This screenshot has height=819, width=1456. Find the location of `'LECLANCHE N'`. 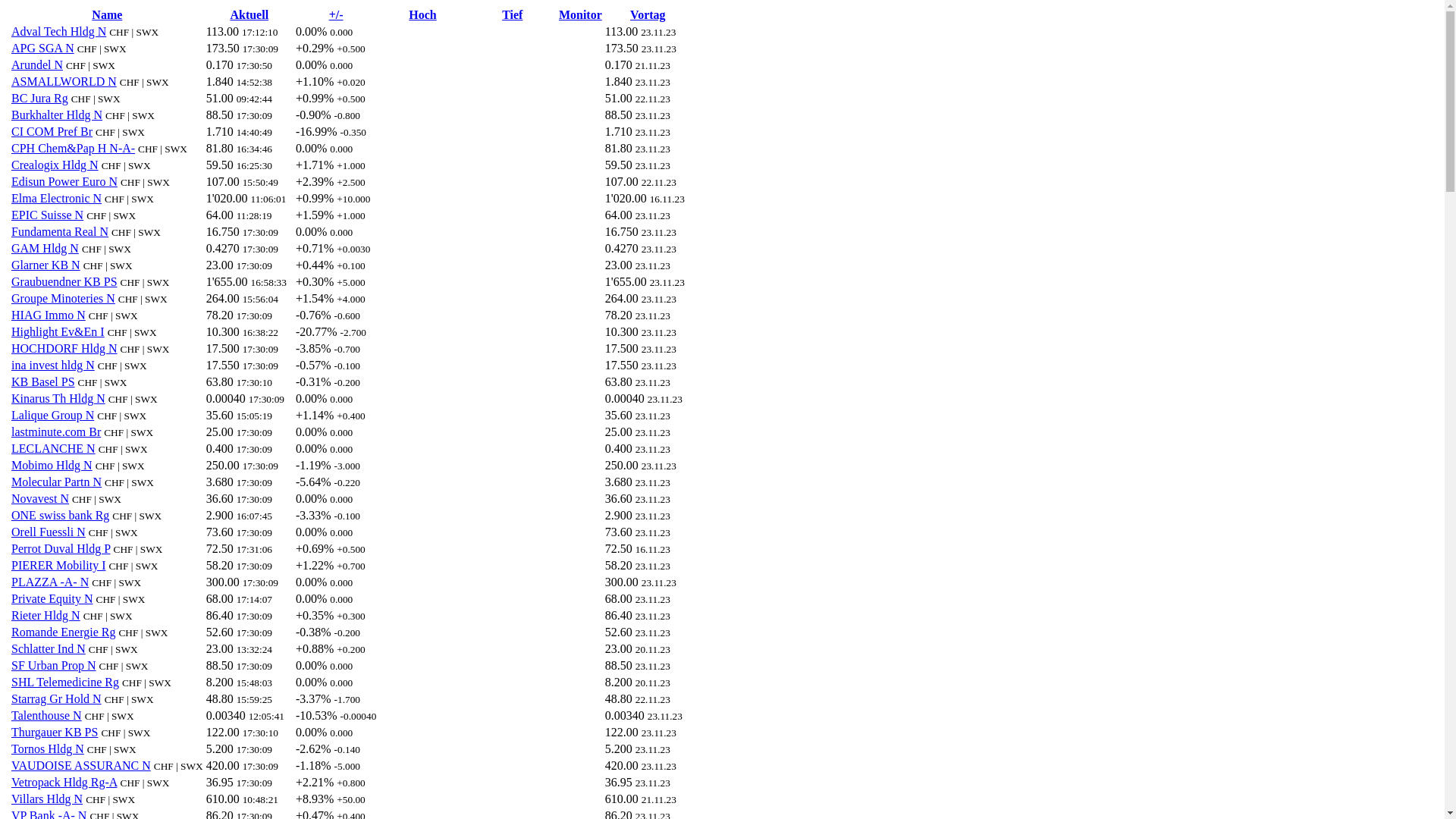

'LECLANCHE N' is located at coordinates (53, 447).